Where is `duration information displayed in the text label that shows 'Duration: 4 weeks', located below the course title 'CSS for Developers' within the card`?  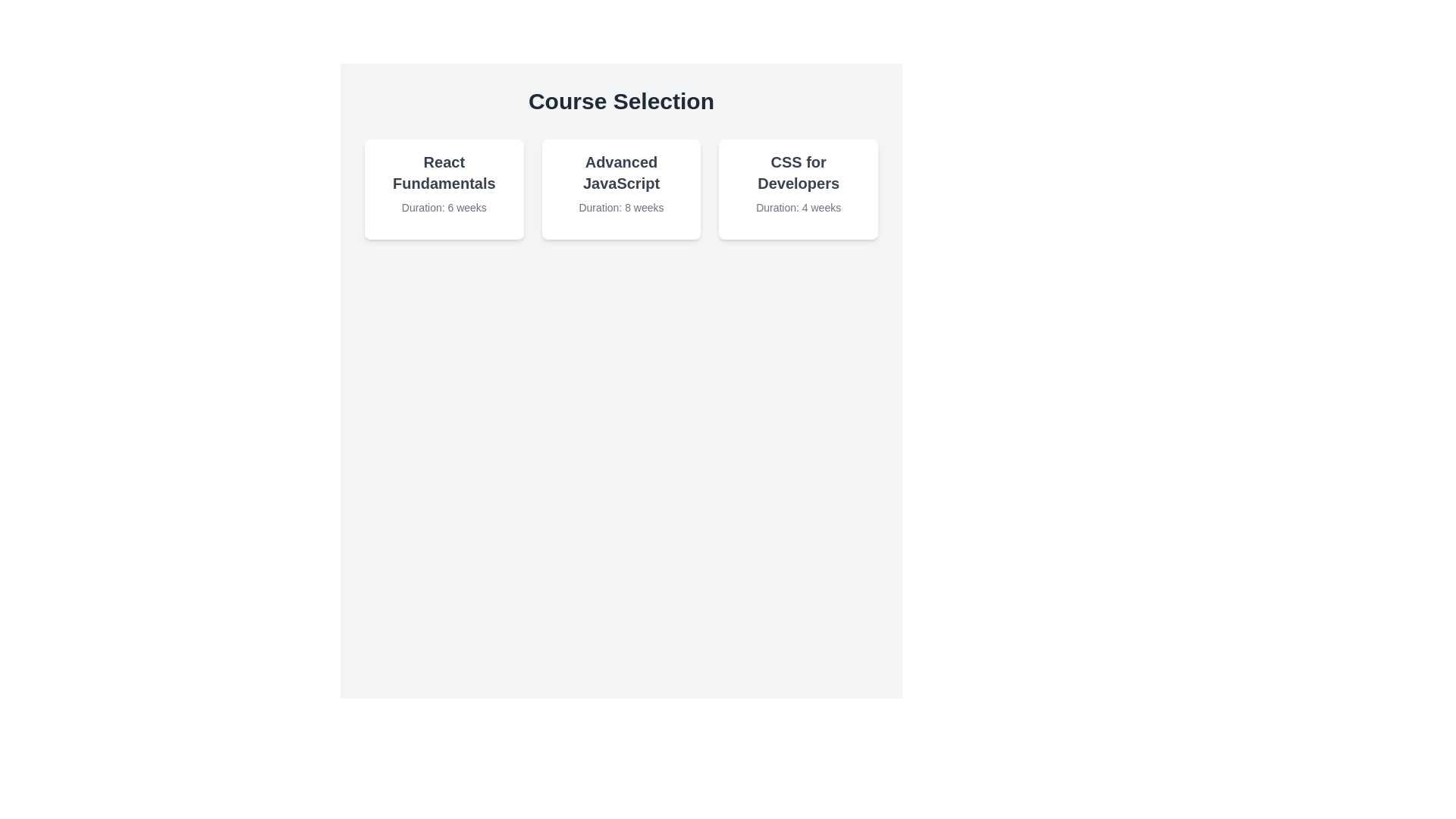
duration information displayed in the text label that shows 'Duration: 4 weeks', located below the course title 'CSS for Developers' within the card is located at coordinates (798, 207).